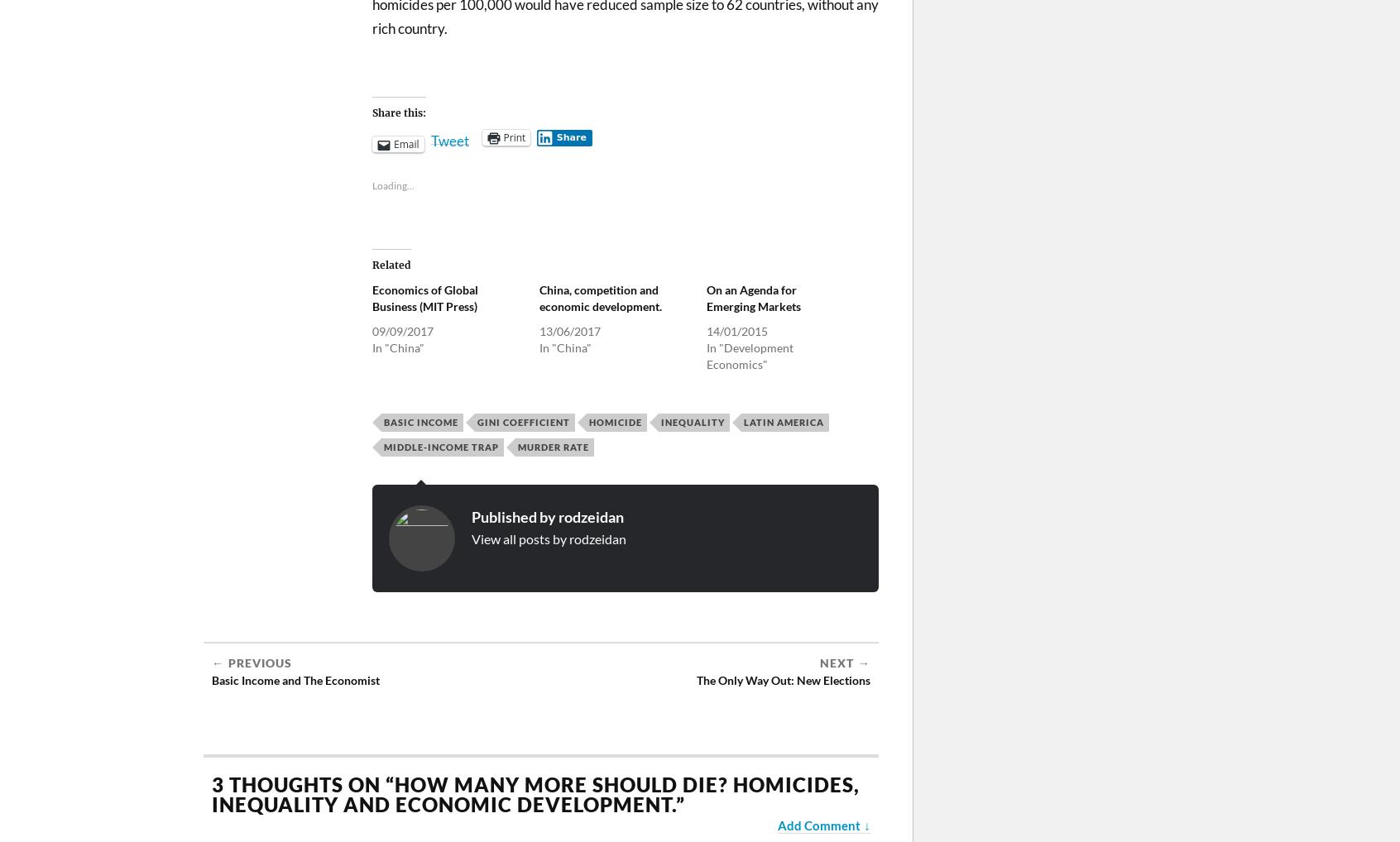 This screenshot has height=842, width=1400. Describe the element at coordinates (817, 825) in the screenshot. I see `'Add Comment'` at that location.